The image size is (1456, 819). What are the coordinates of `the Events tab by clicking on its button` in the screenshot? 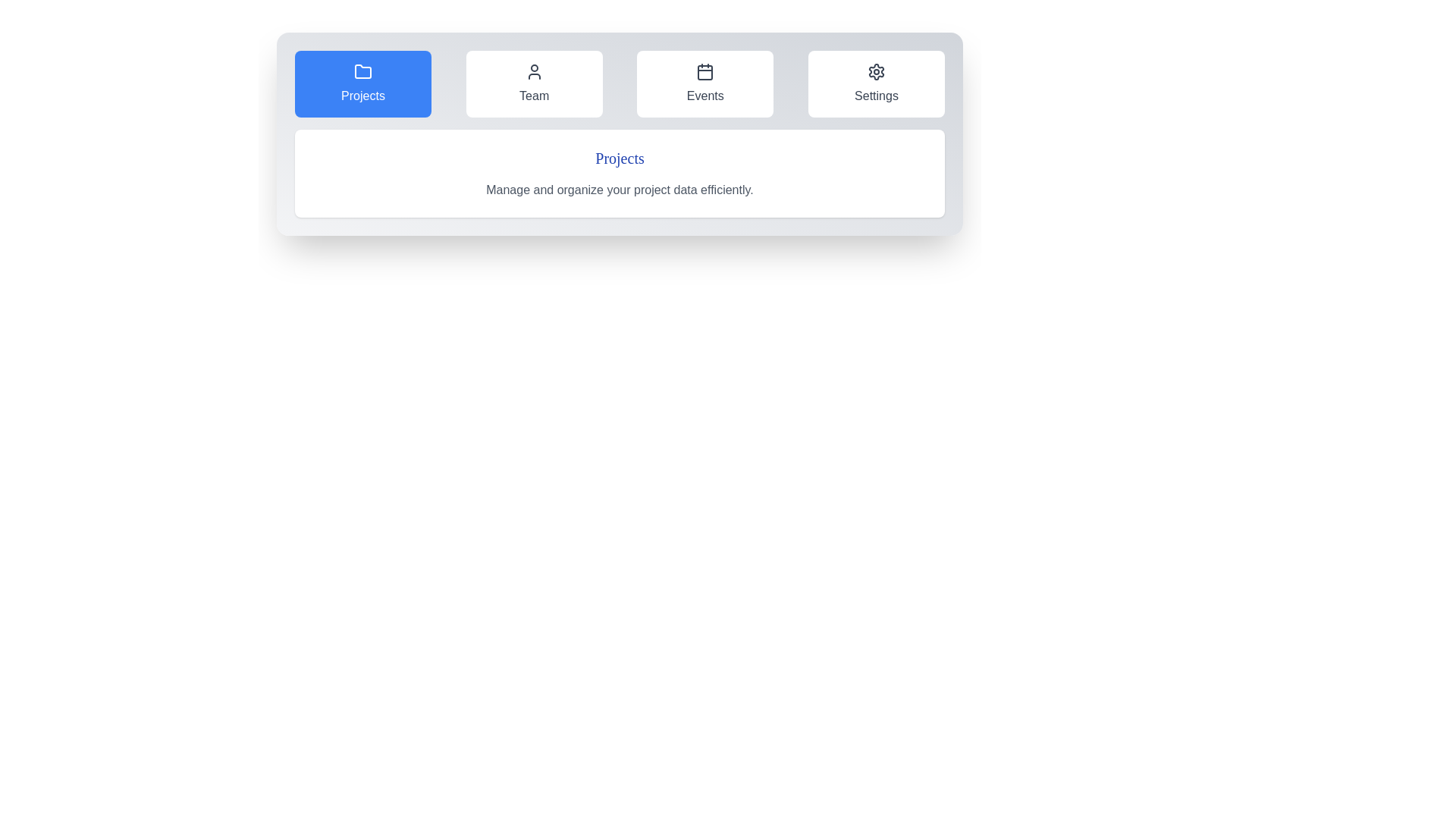 It's located at (704, 84).